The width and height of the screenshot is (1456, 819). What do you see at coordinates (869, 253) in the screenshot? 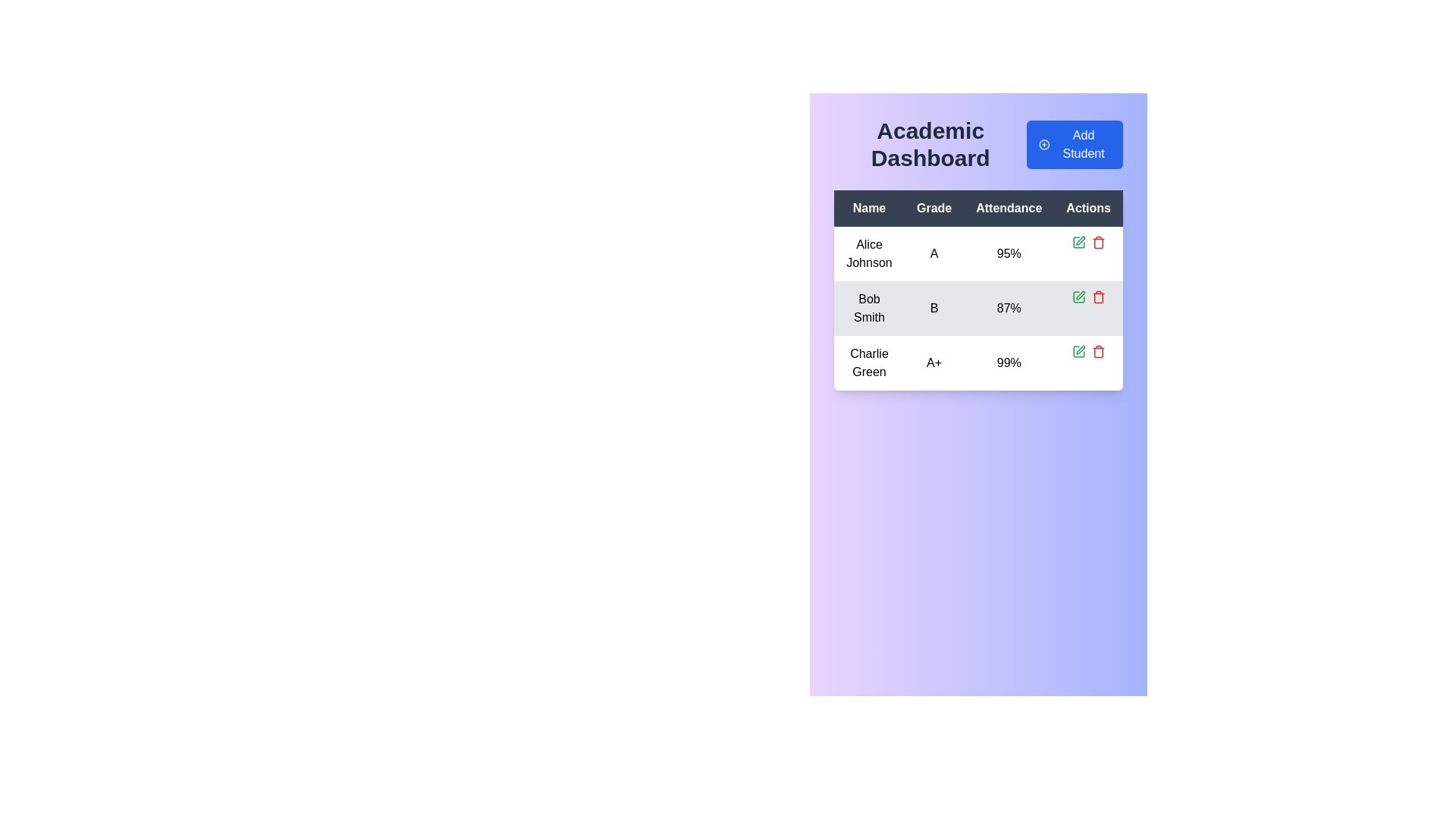
I see `the text label displaying 'Alice Johnson', which is located in the first row under the 'Name' column of the table-like structure` at bounding box center [869, 253].